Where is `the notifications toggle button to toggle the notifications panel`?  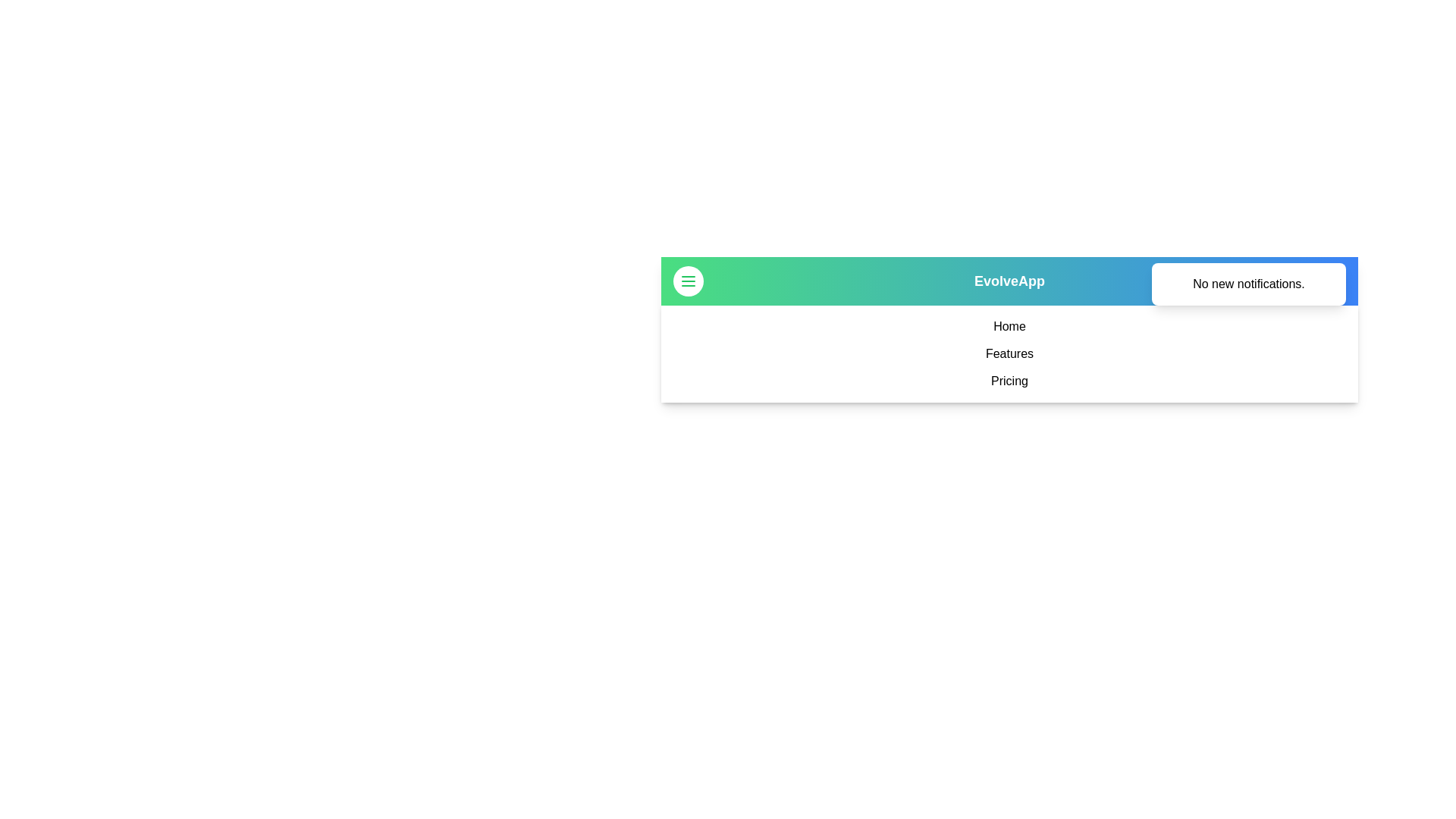 the notifications toggle button to toggle the notifications panel is located at coordinates (1330, 281).